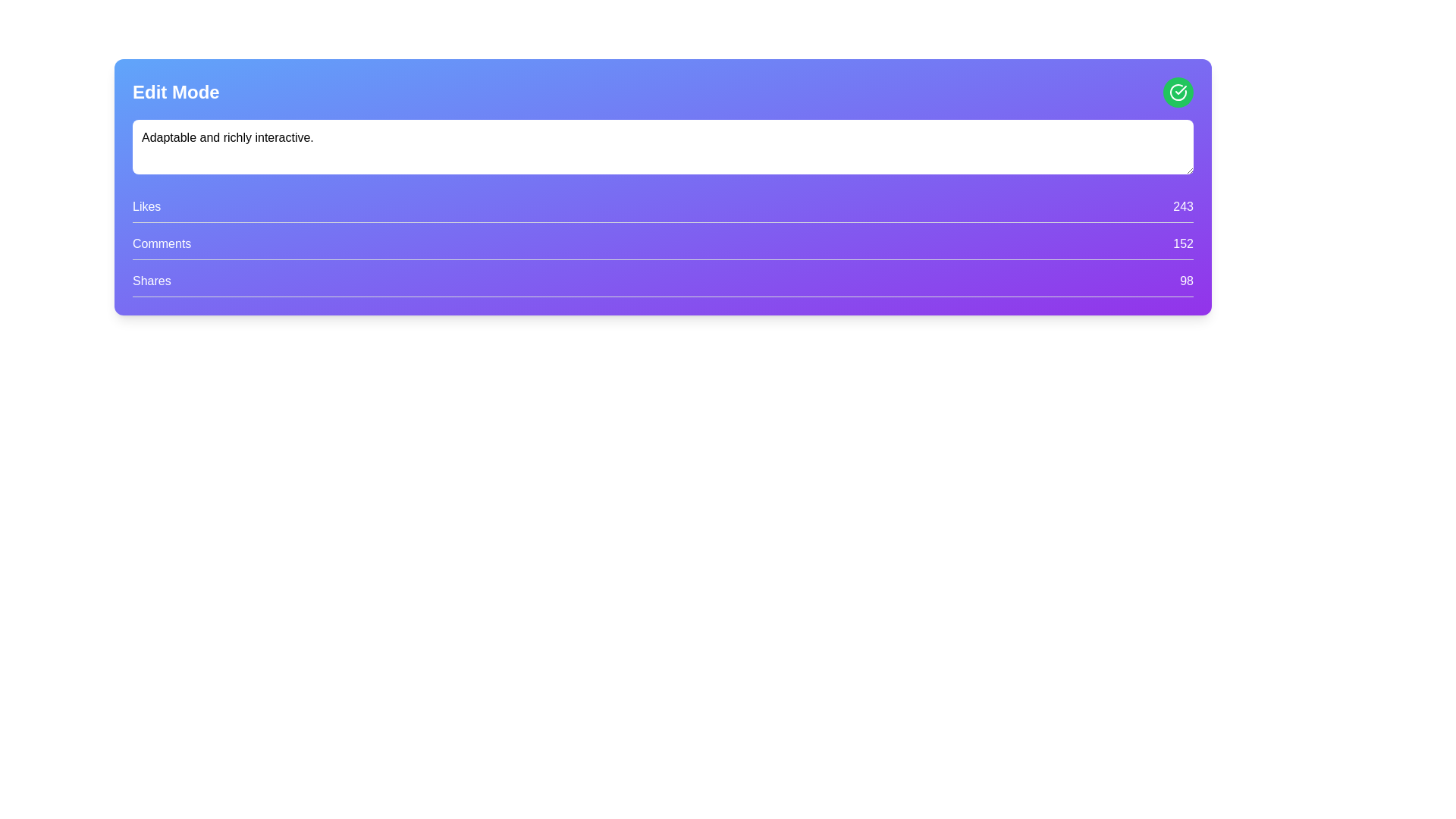  I want to click on the numerical value '243' displayed in white text against a purple background, which is aligned to the right side of the row labeled 'Likes', so click(1182, 207).